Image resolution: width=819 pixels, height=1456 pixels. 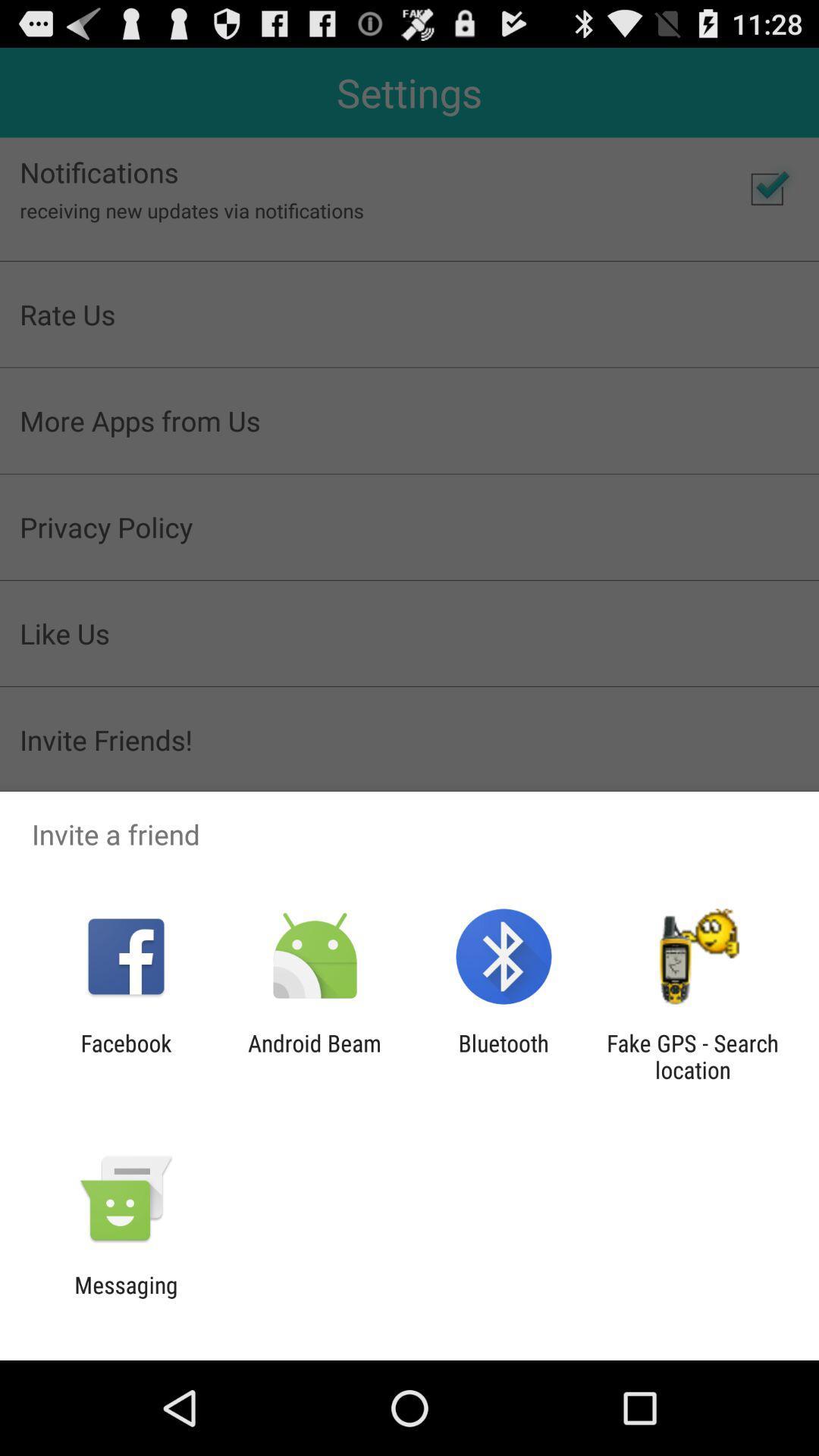 What do you see at coordinates (125, 1298) in the screenshot?
I see `messaging item` at bounding box center [125, 1298].